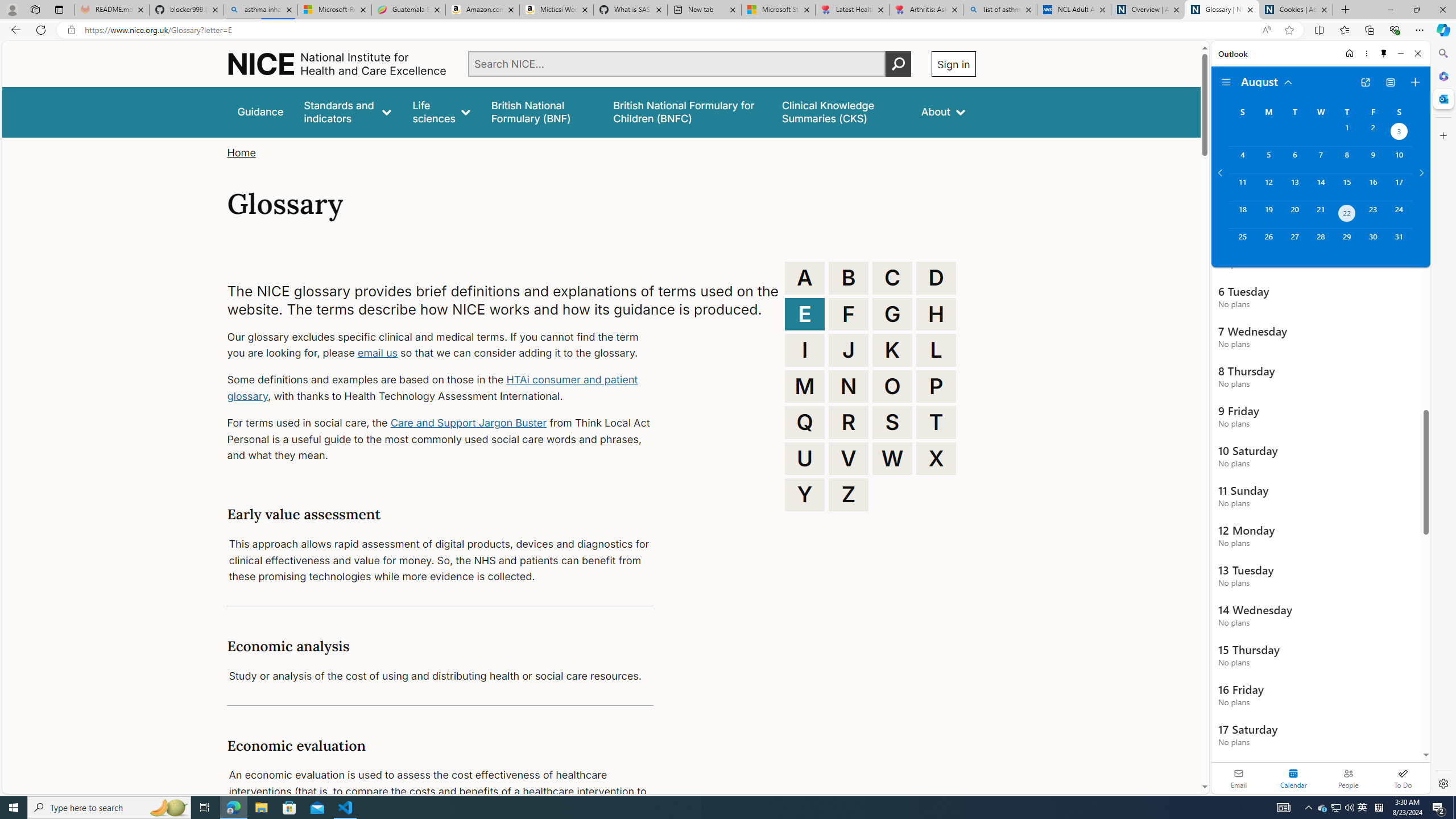 The height and width of the screenshot is (819, 1456). What do you see at coordinates (1347, 214) in the screenshot?
I see `'Thursday, August 22, 2024. Today. '` at bounding box center [1347, 214].